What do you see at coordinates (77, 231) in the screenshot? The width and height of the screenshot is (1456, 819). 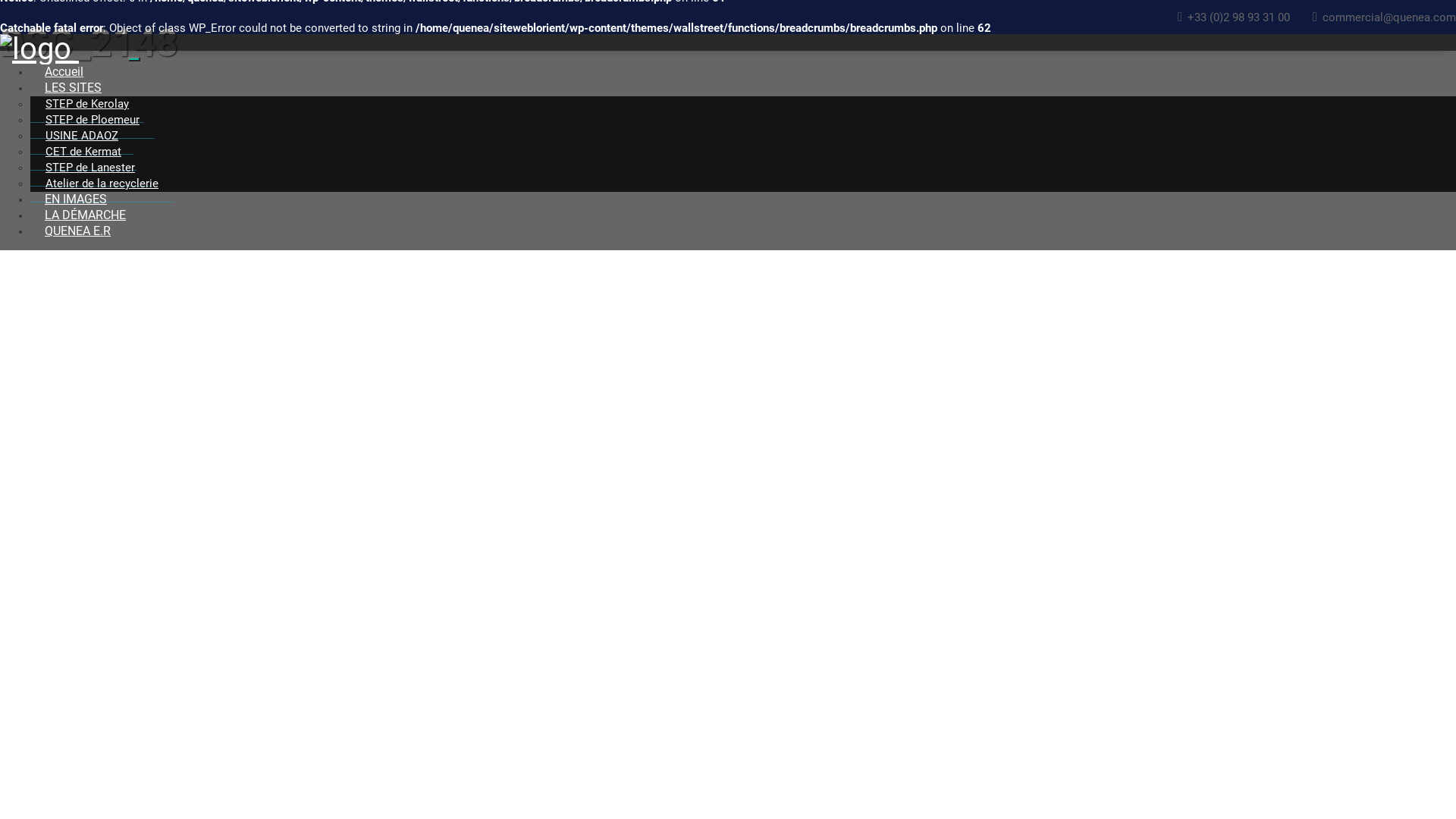 I see `'QUENEA E.R'` at bounding box center [77, 231].